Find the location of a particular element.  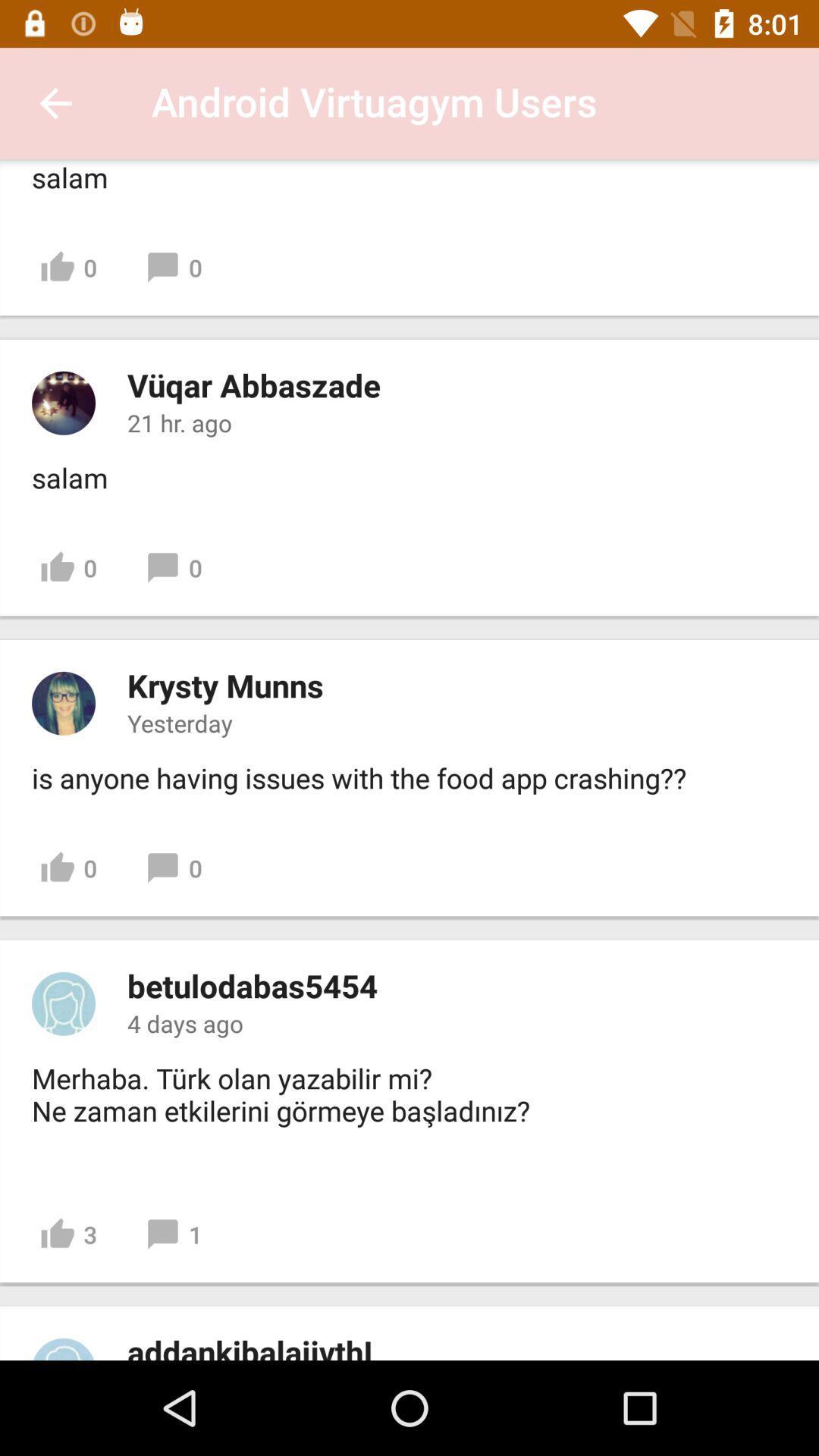

icon below yesterday item is located at coordinates (359, 778).